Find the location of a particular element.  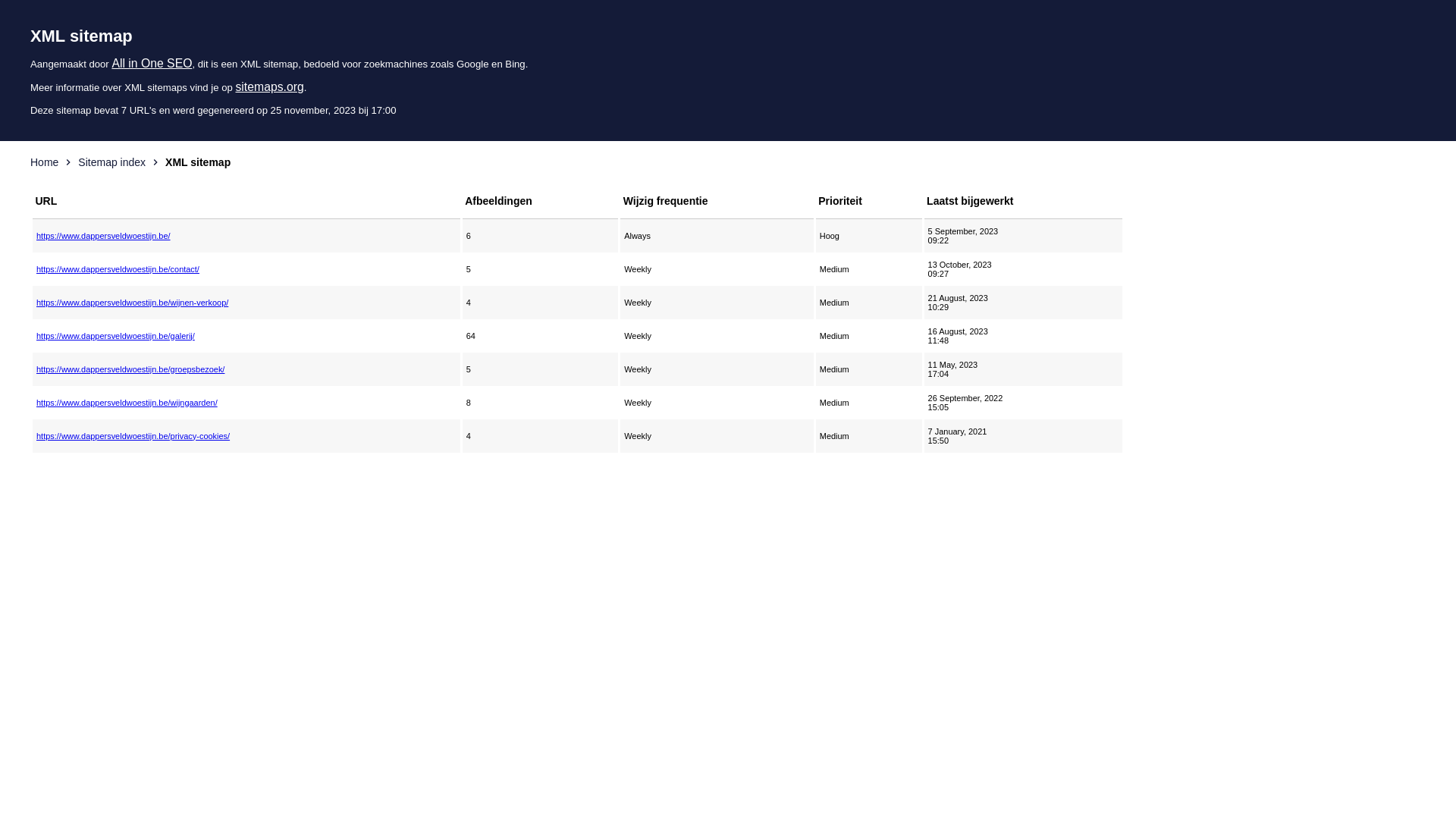

'All in One SEO' is located at coordinates (152, 62).